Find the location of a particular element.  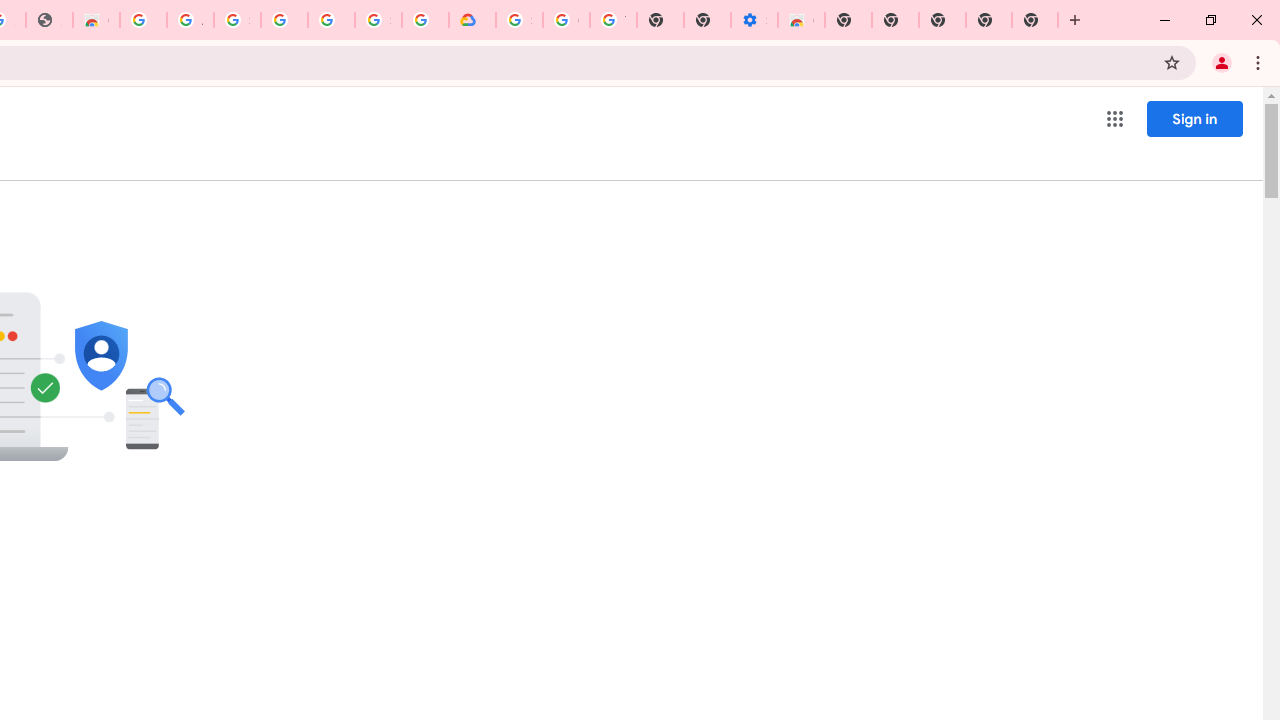

'Turn cookies on or off - Computer - Google Account Help' is located at coordinates (612, 20).